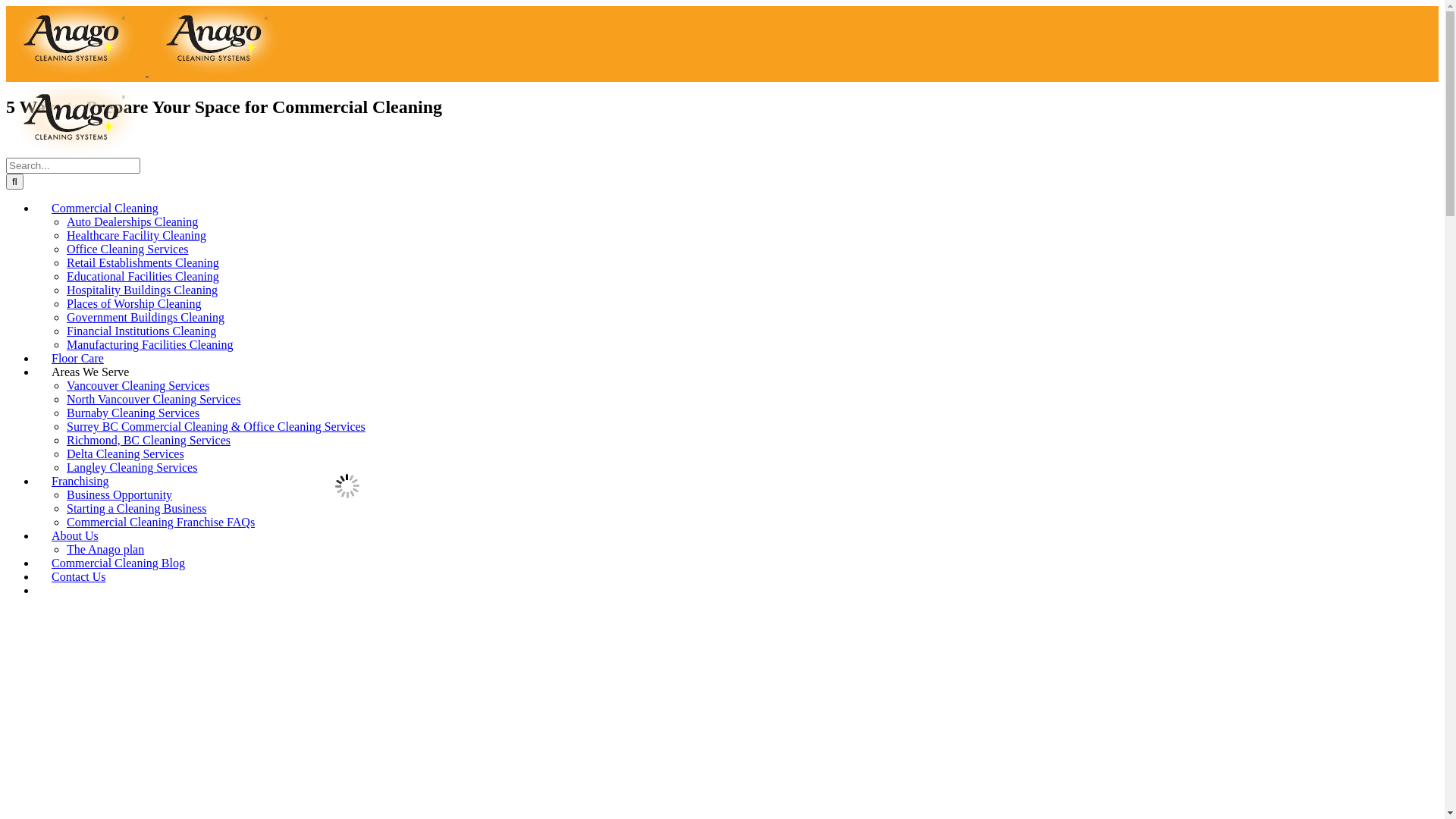  Describe the element at coordinates (77, 358) in the screenshot. I see `'Floor Care'` at that location.